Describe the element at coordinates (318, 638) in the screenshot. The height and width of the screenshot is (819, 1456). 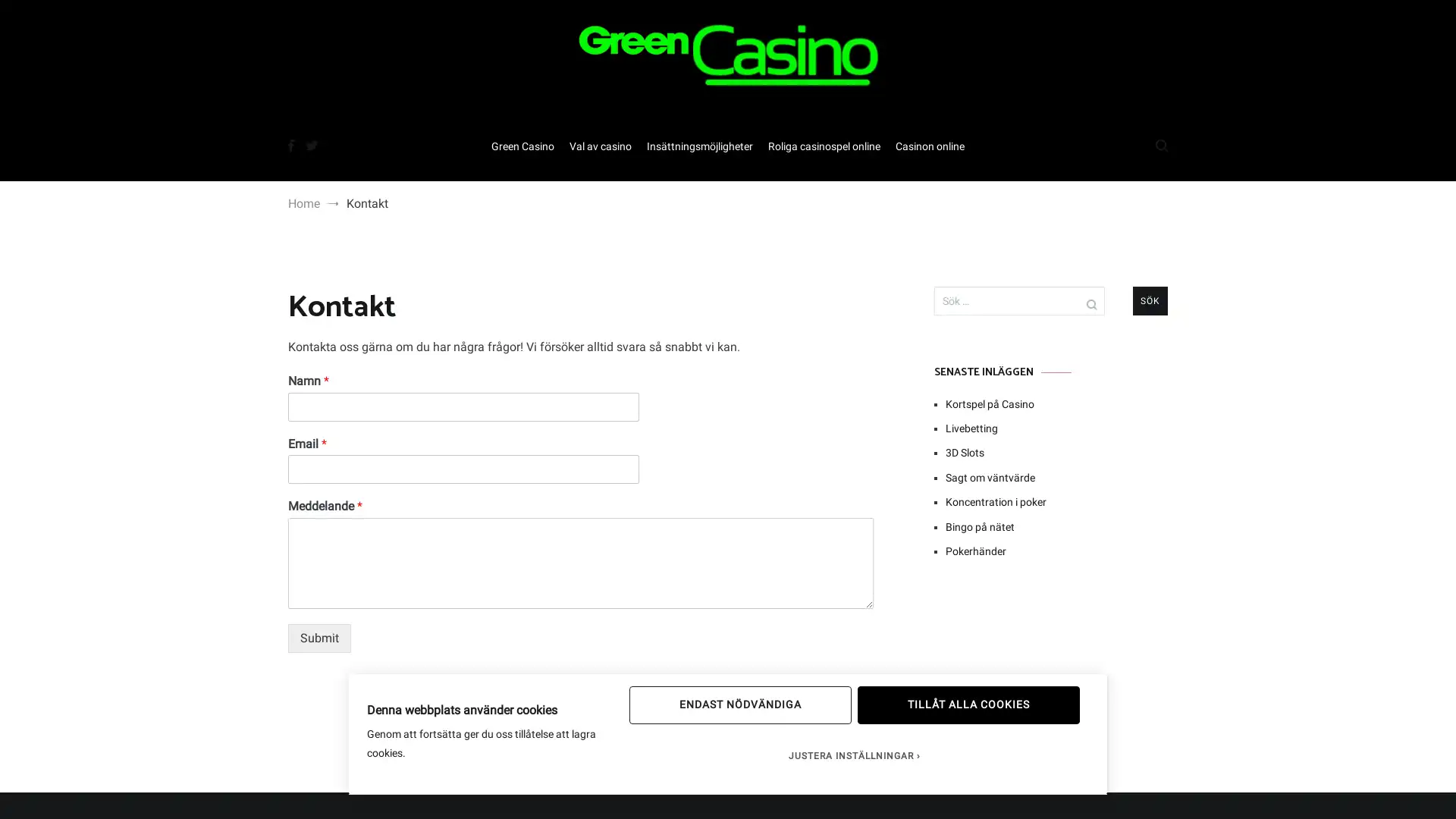
I see `Submit` at that location.